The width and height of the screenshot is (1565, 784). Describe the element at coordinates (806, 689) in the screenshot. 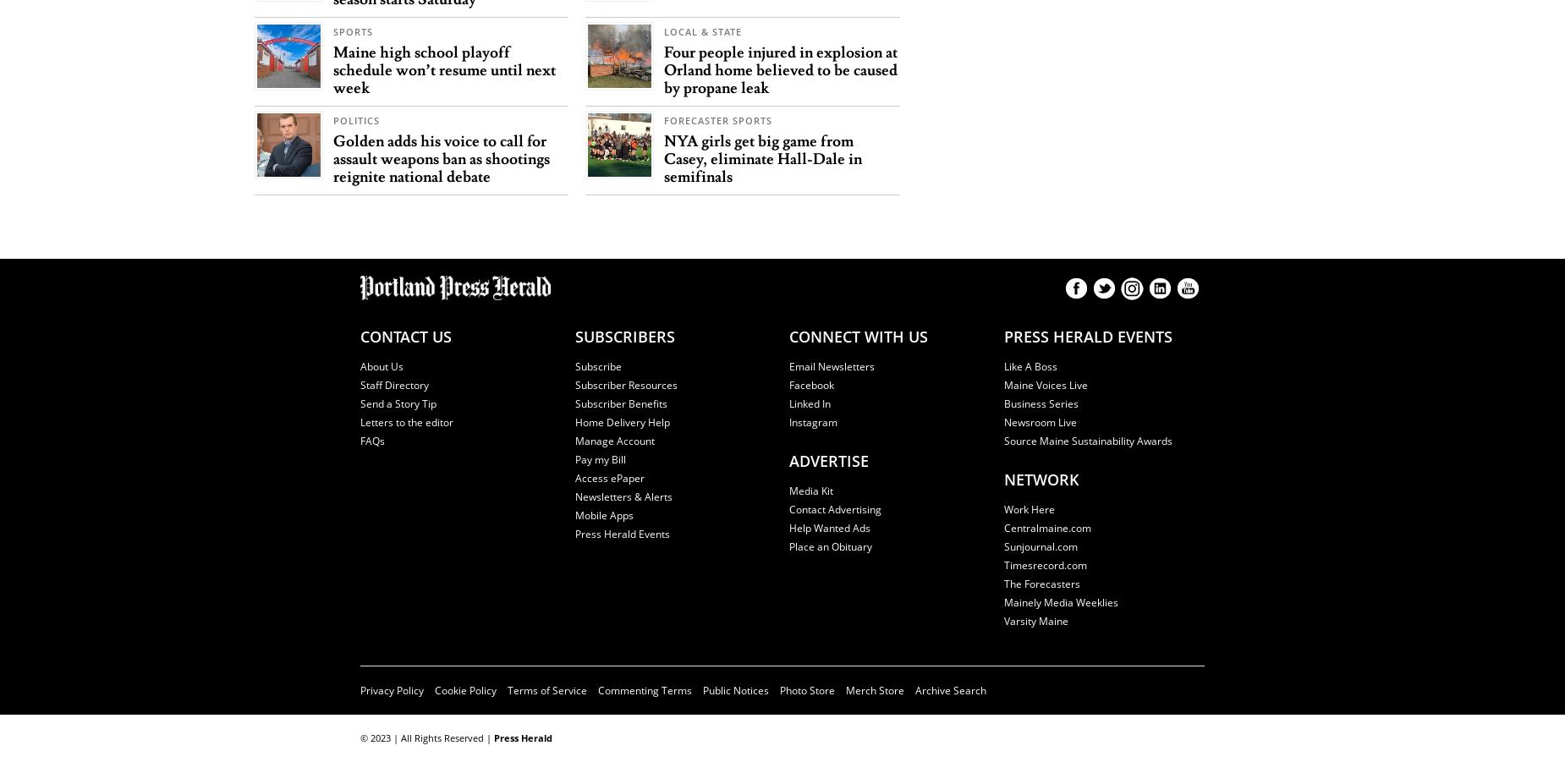

I see `'Photo Store'` at that location.